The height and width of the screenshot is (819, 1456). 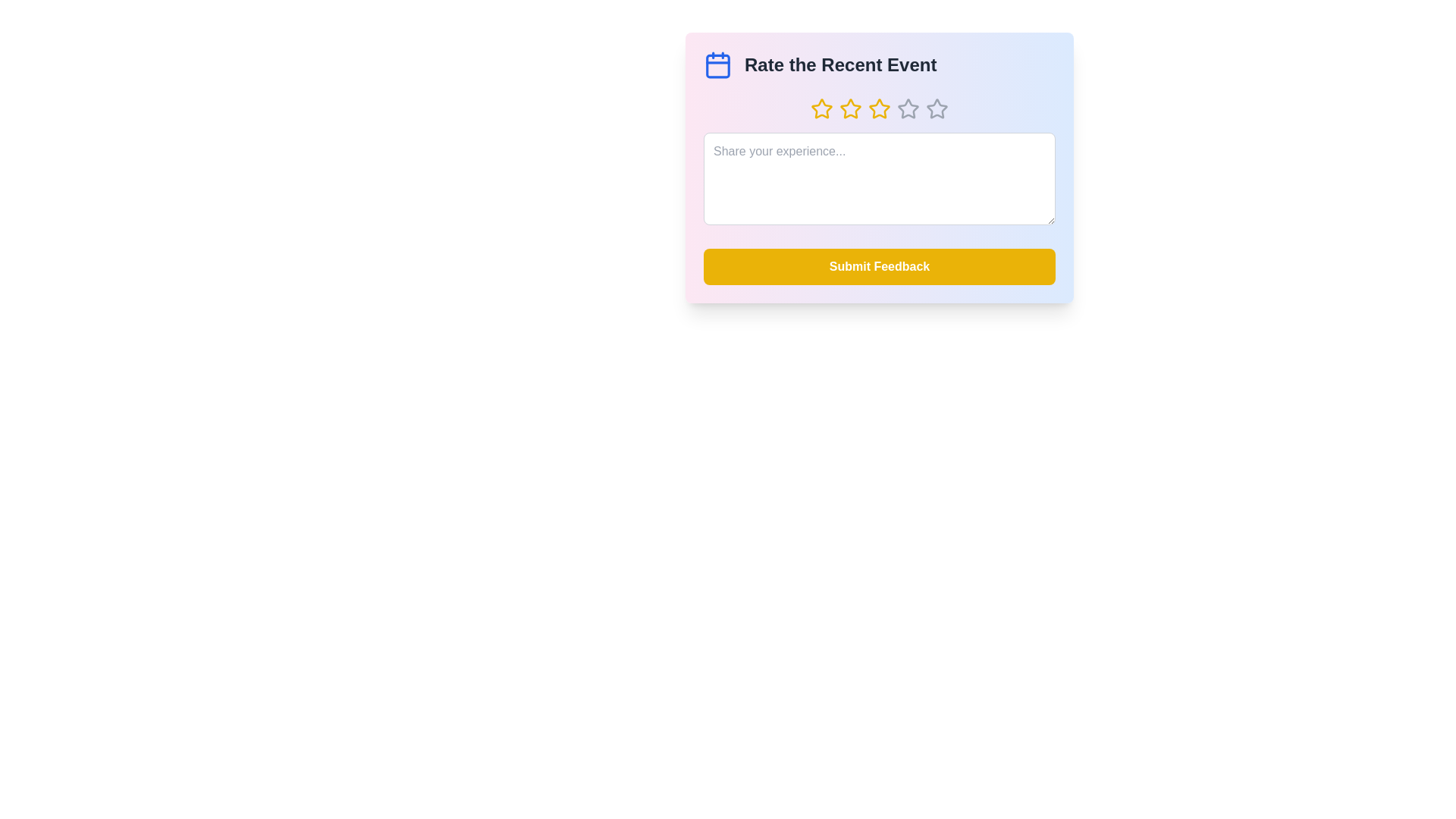 I want to click on the text area to focus on it, so click(x=880, y=177).